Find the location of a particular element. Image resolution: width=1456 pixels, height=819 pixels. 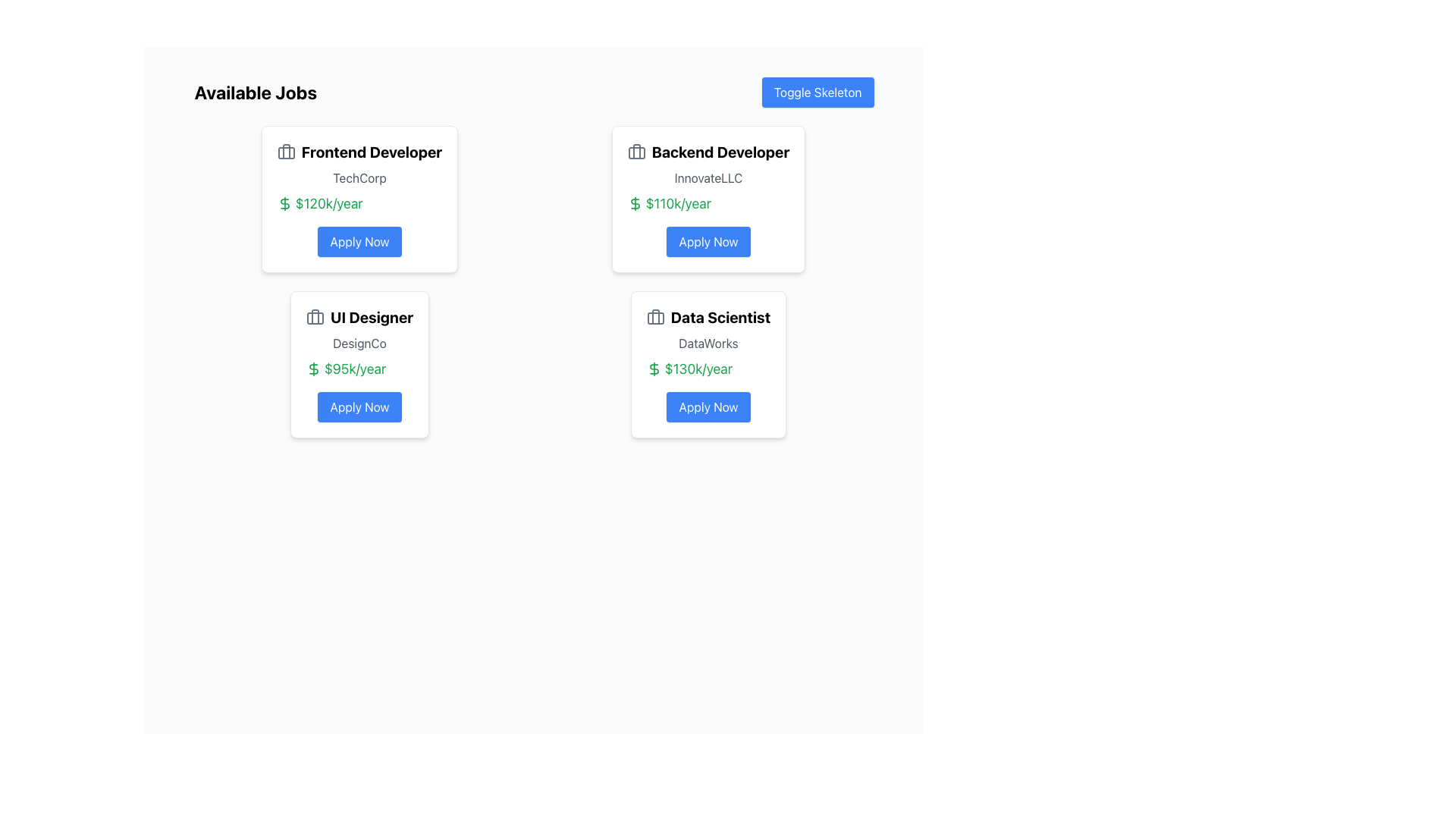

the salary information text '$110k/year' with the dollar-sign icon, which is located in the job card for the 'Backend Developer' role, positioned below 'InnovateLLC' and above the 'Apply Now' button is located at coordinates (708, 203).